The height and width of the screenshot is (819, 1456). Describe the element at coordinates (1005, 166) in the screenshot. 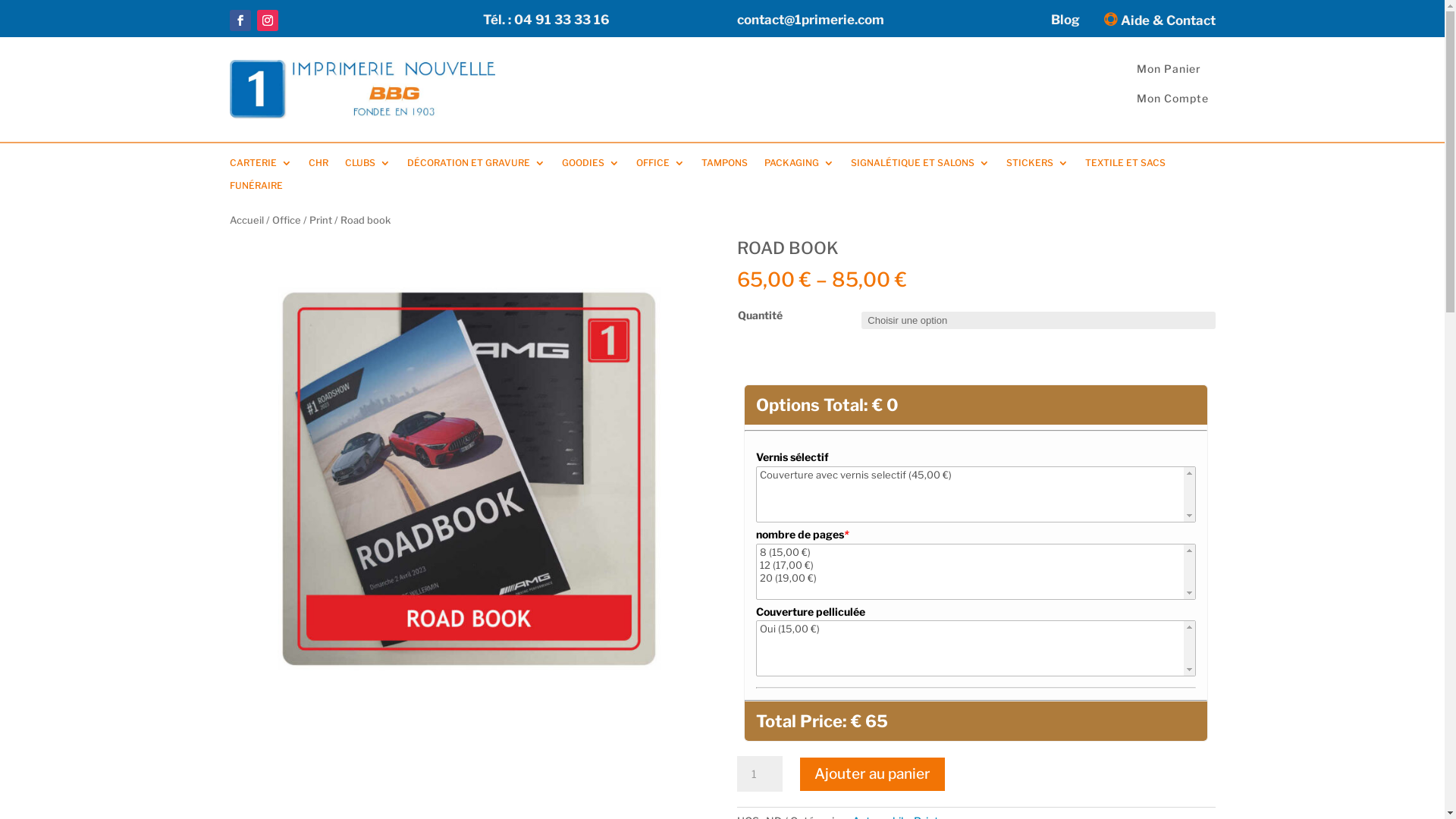

I see `'STICKERS'` at that location.